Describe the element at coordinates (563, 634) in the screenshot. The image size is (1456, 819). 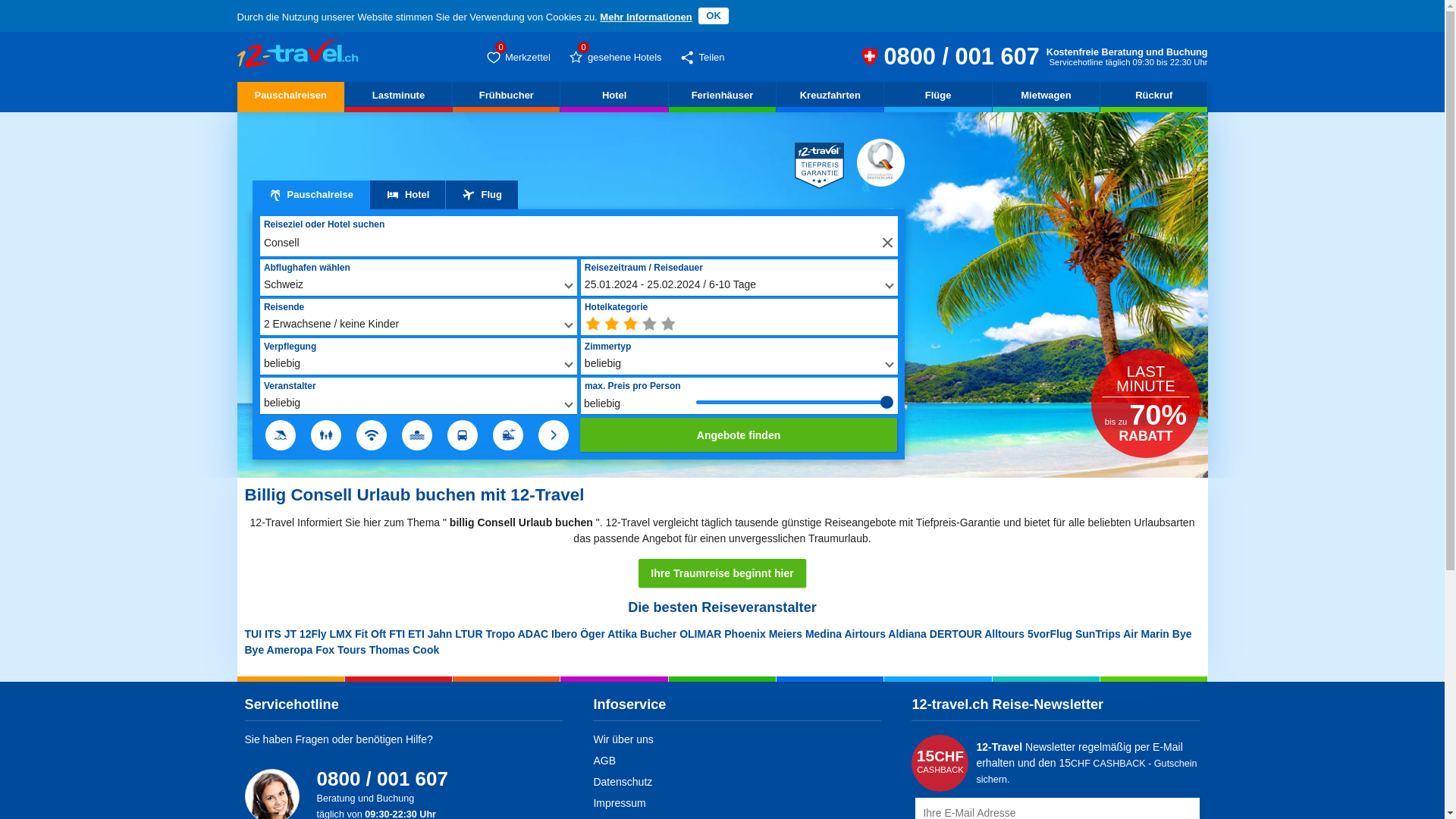
I see `'Ibero'` at that location.